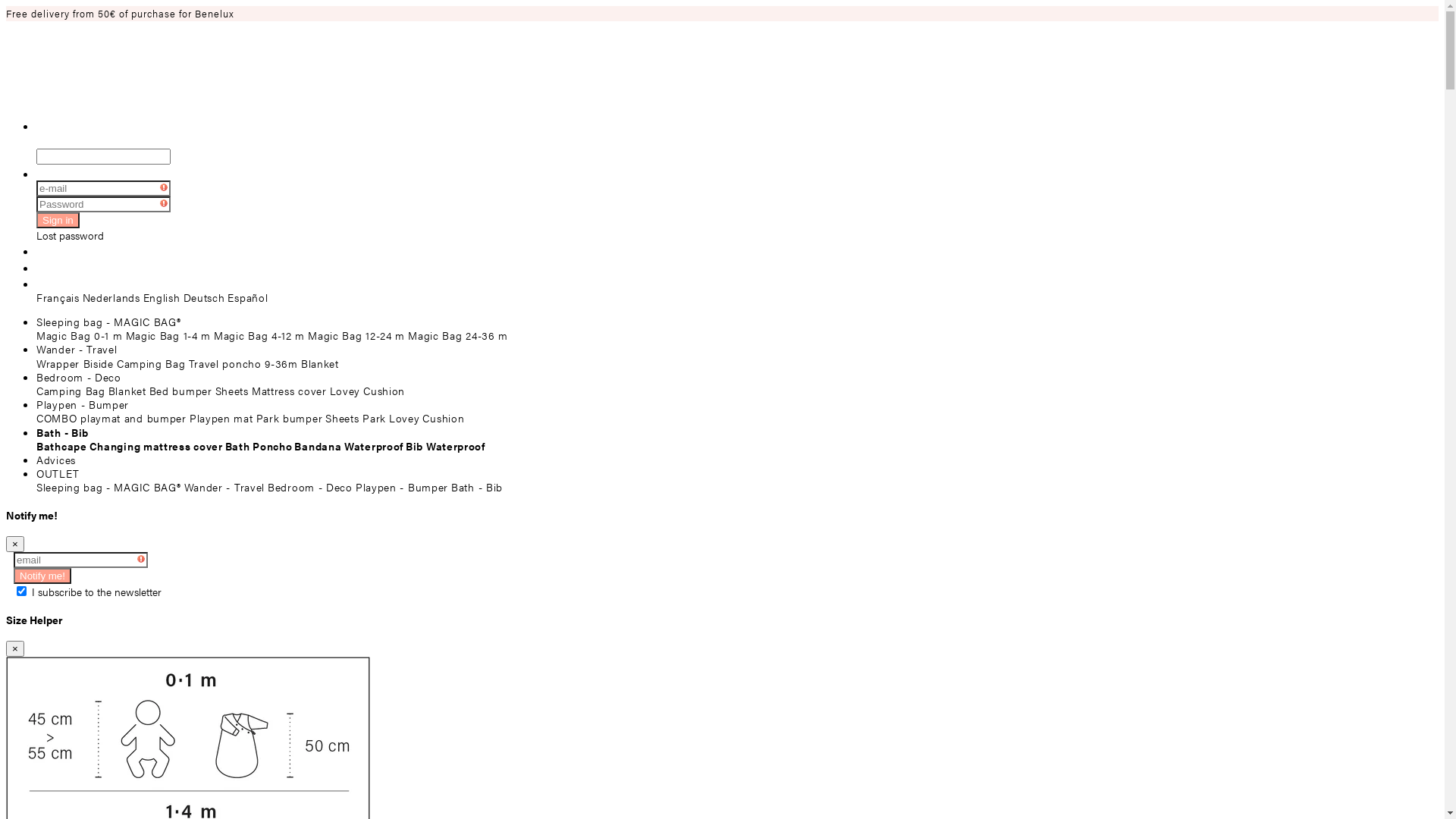 This screenshot has width=1456, height=819. I want to click on 'Cushion', so click(362, 390).